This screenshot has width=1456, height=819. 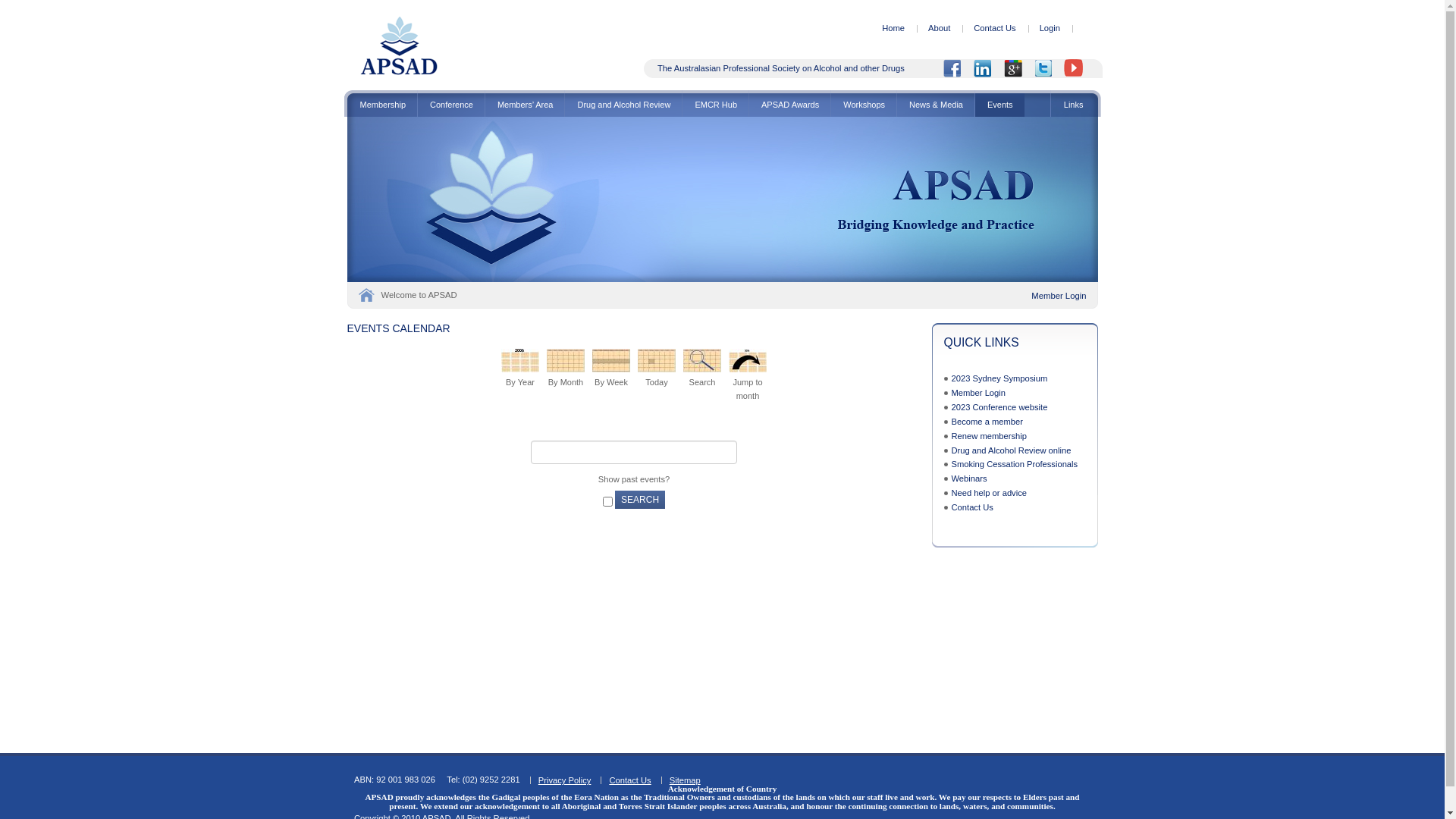 What do you see at coordinates (989, 493) in the screenshot?
I see `'Need help or advice'` at bounding box center [989, 493].